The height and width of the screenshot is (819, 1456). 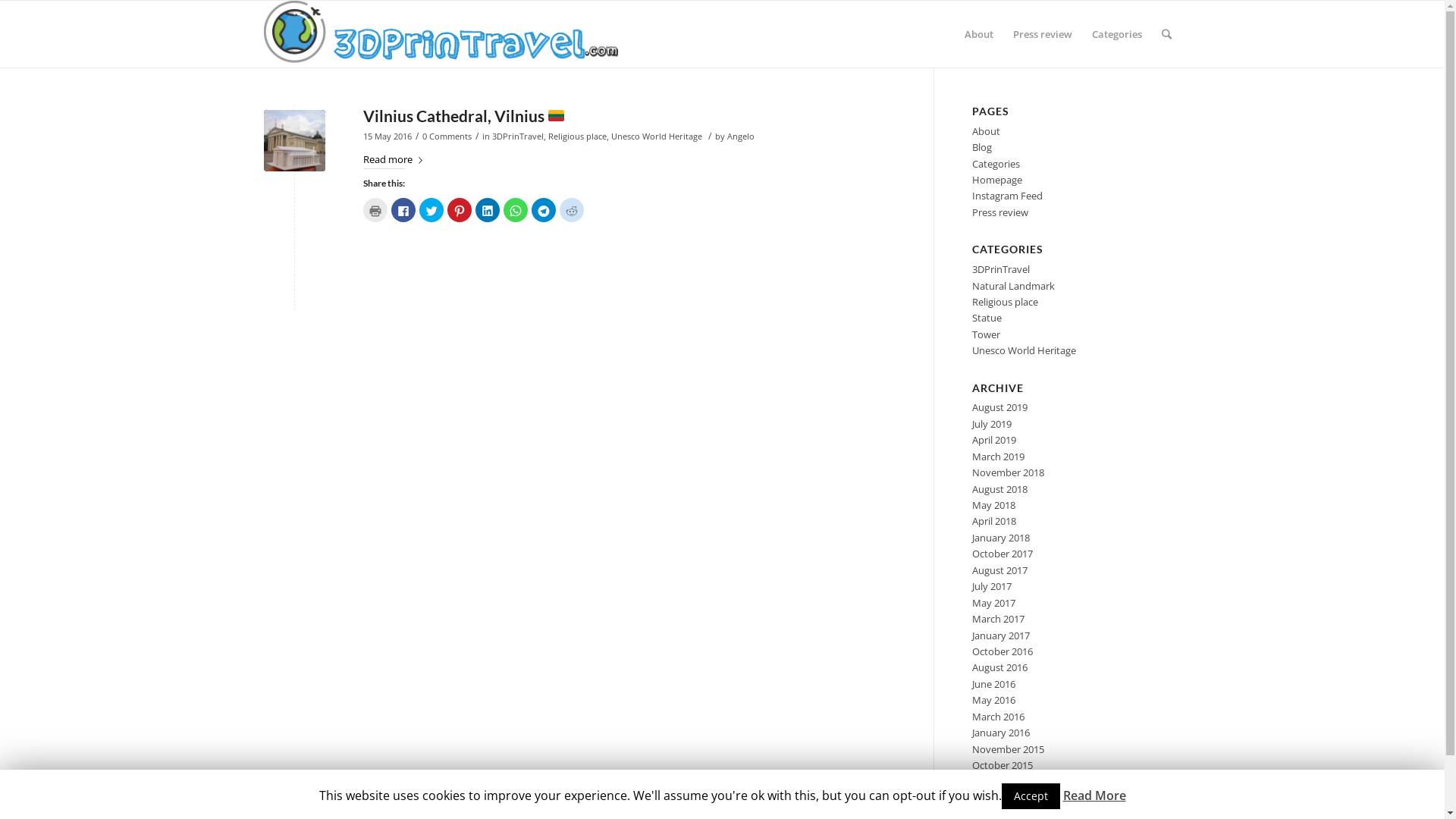 I want to click on 'August 2018', so click(x=999, y=488).